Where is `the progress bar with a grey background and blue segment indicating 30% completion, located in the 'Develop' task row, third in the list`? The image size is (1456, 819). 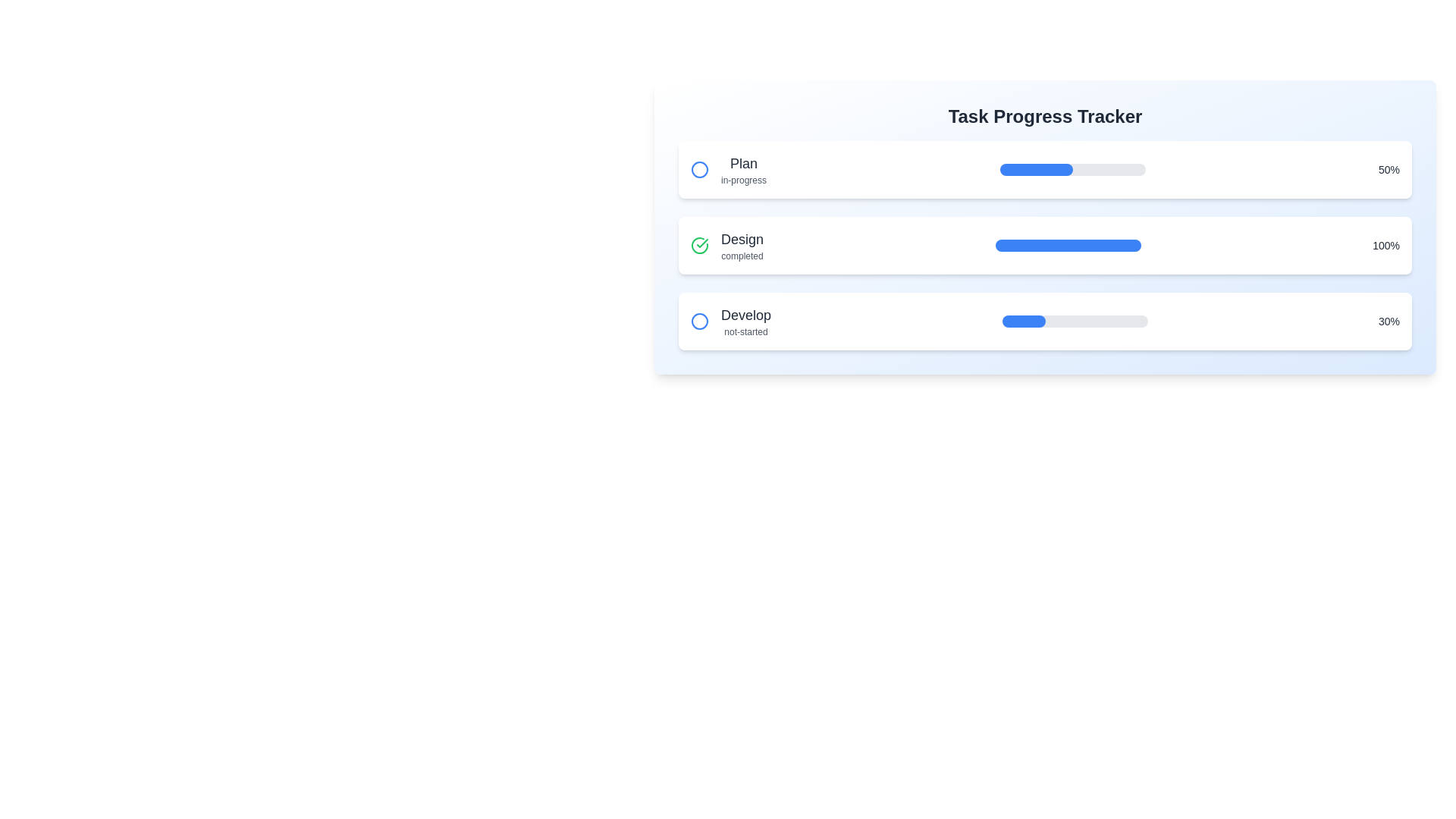
the progress bar with a grey background and blue segment indicating 30% completion, located in the 'Develop' task row, third in the list is located at coordinates (1074, 321).